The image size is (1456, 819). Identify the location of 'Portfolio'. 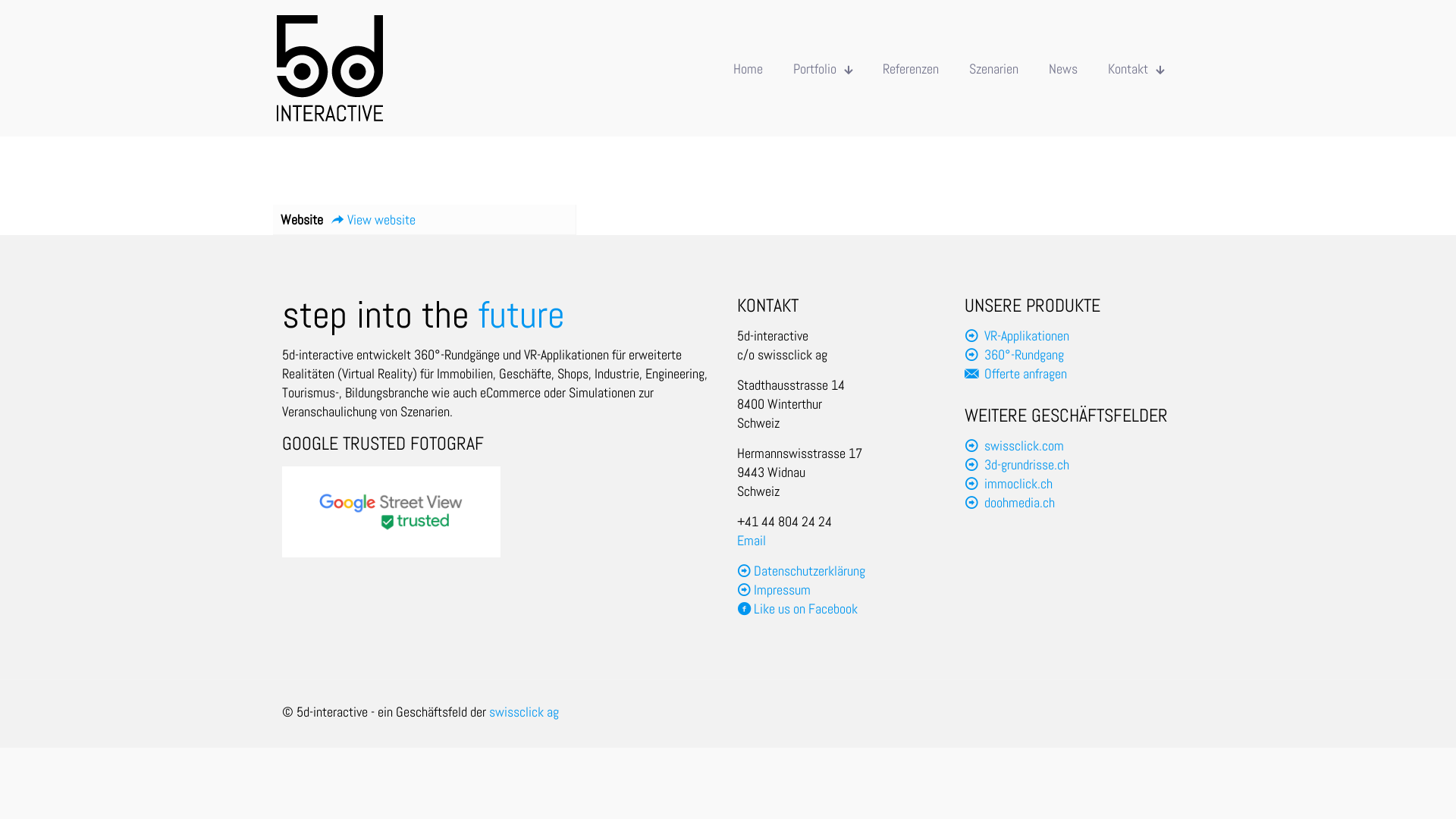
(821, 67).